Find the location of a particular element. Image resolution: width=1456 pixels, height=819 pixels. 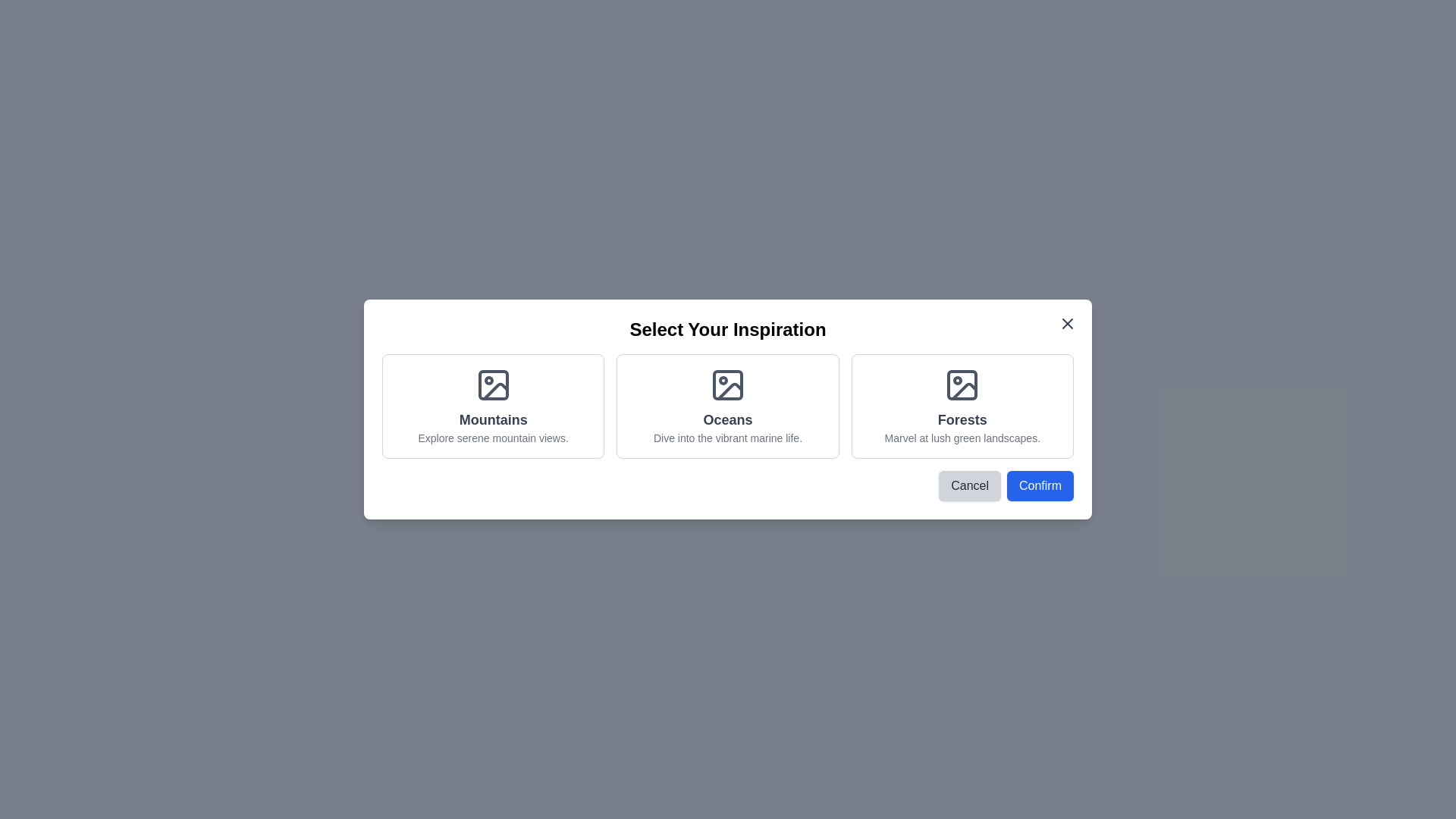

the descriptive Text label located at the bottom of the 'Forests' card, which supplements the card's main title and image is located at coordinates (962, 438).